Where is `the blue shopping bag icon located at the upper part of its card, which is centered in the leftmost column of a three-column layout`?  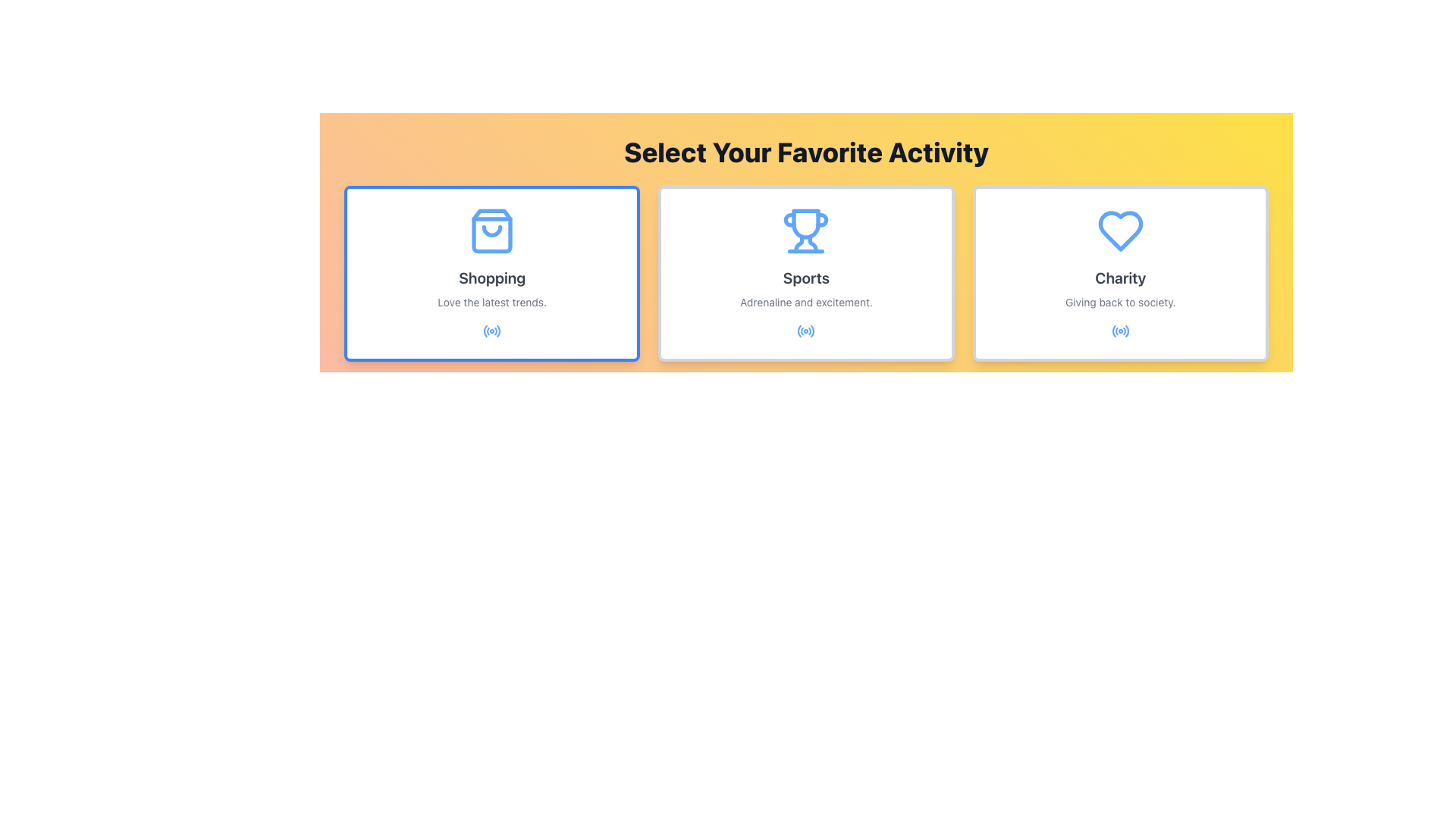 the blue shopping bag icon located at the upper part of its card, which is centered in the leftmost column of a three-column layout is located at coordinates (492, 231).